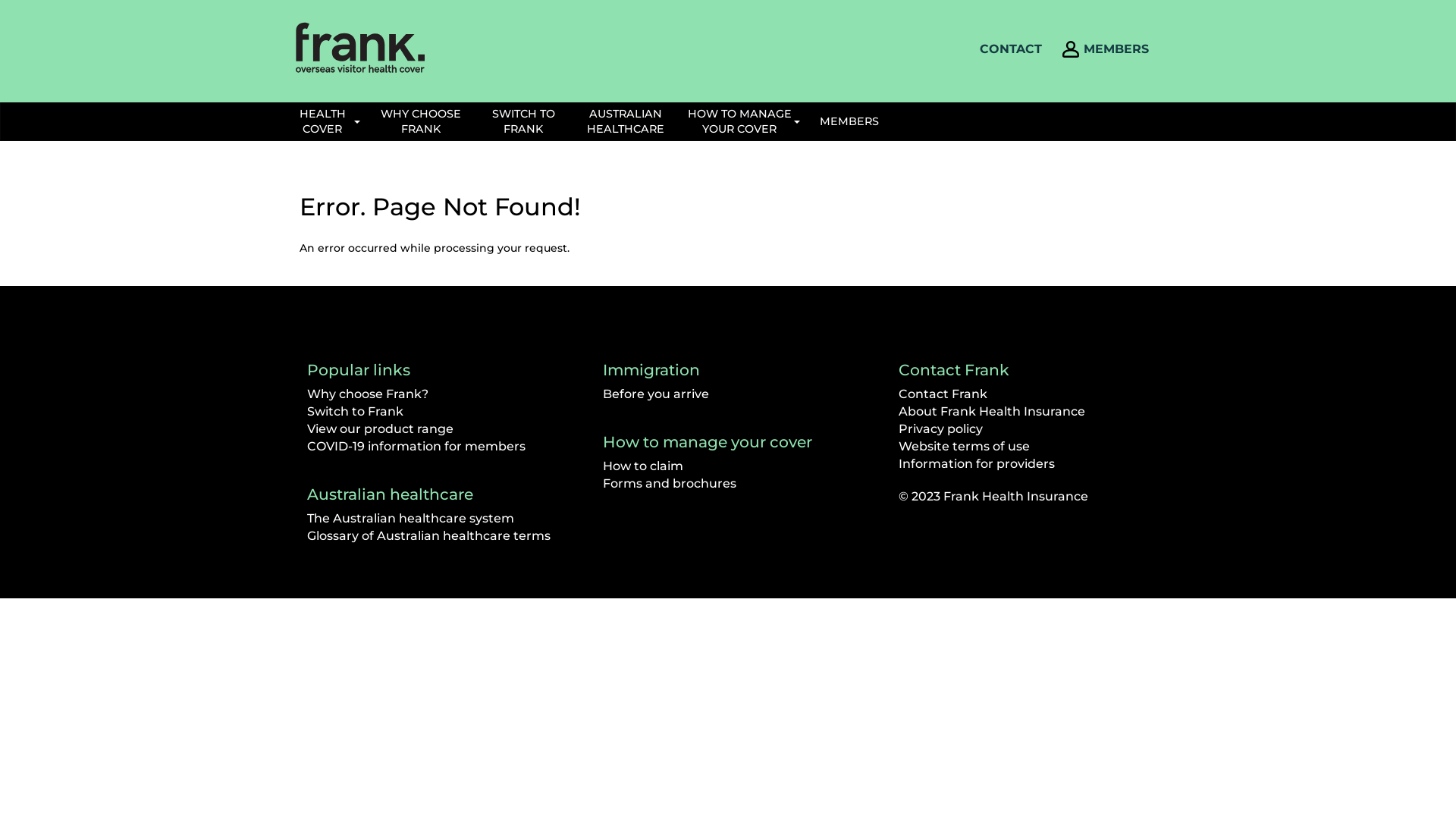 This screenshot has height=819, width=1456. What do you see at coordinates (899, 463) in the screenshot?
I see `'Information for providers'` at bounding box center [899, 463].